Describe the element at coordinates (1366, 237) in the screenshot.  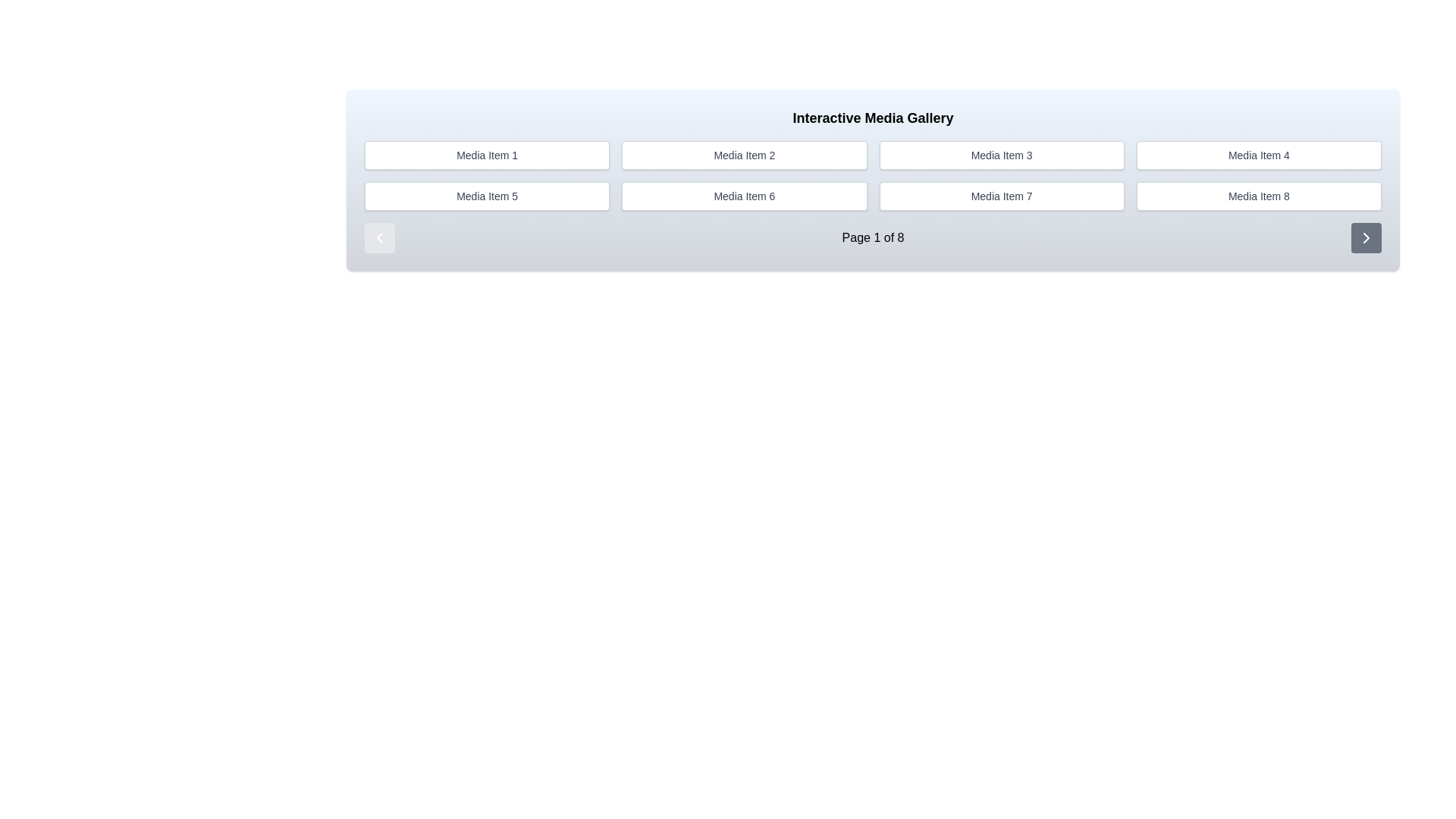
I see `the right-pointing chevron arrow icon located in the bottom-right corner of the interface within a dark gray circular button` at that location.